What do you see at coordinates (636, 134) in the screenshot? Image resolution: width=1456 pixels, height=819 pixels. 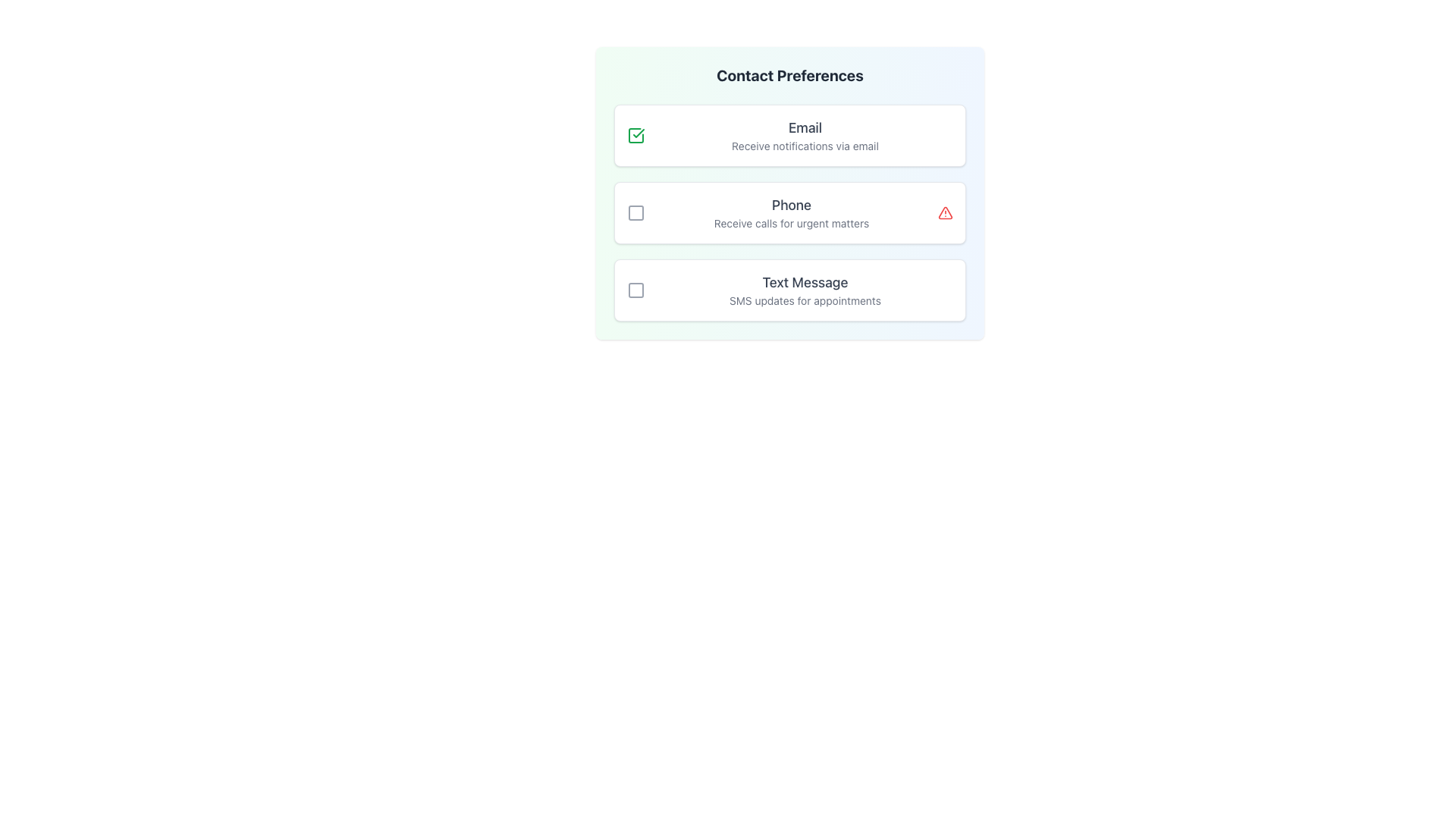 I see `the checkbox for the 'Email' notification method` at bounding box center [636, 134].